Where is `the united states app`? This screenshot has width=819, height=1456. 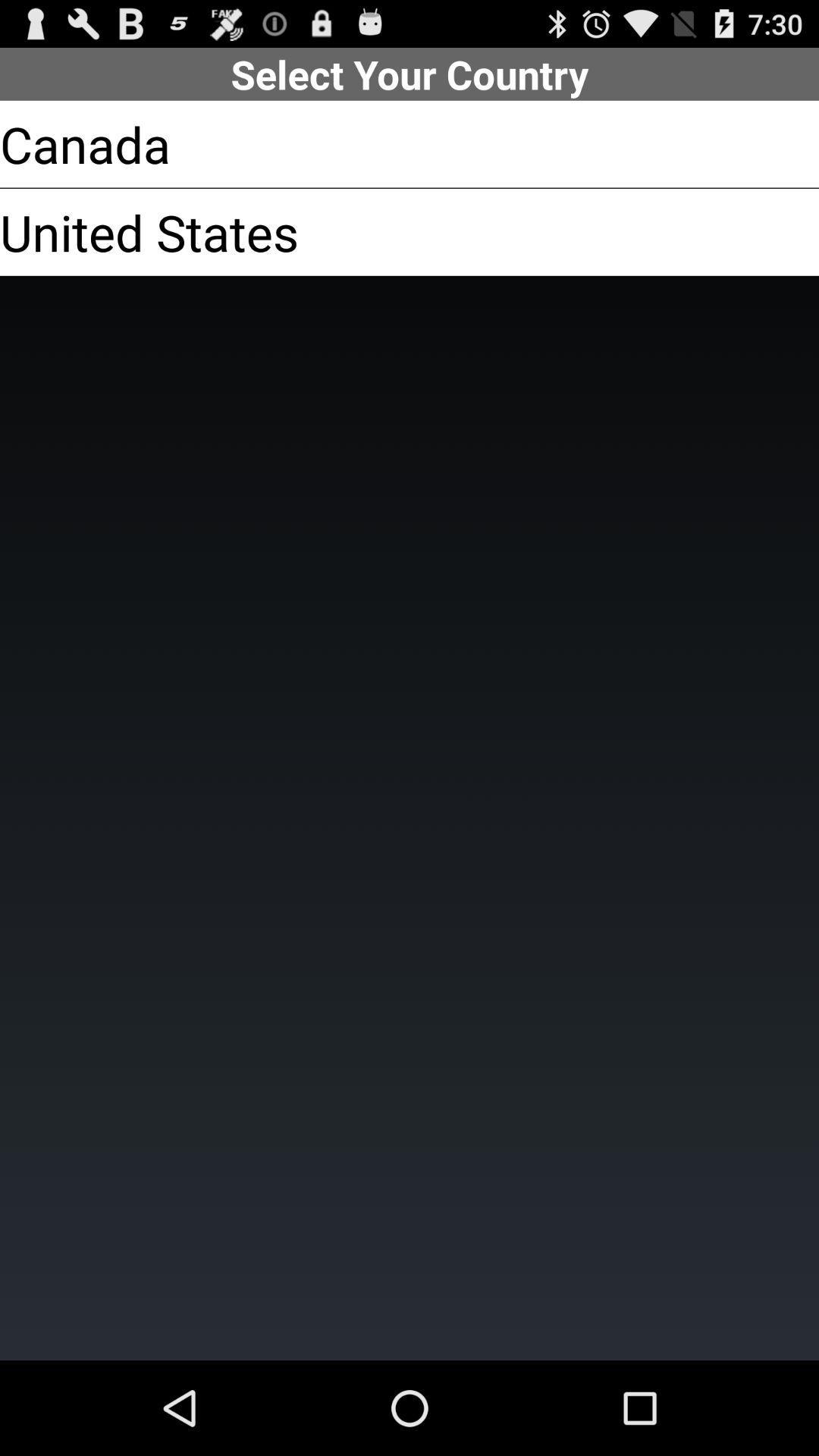 the united states app is located at coordinates (149, 231).